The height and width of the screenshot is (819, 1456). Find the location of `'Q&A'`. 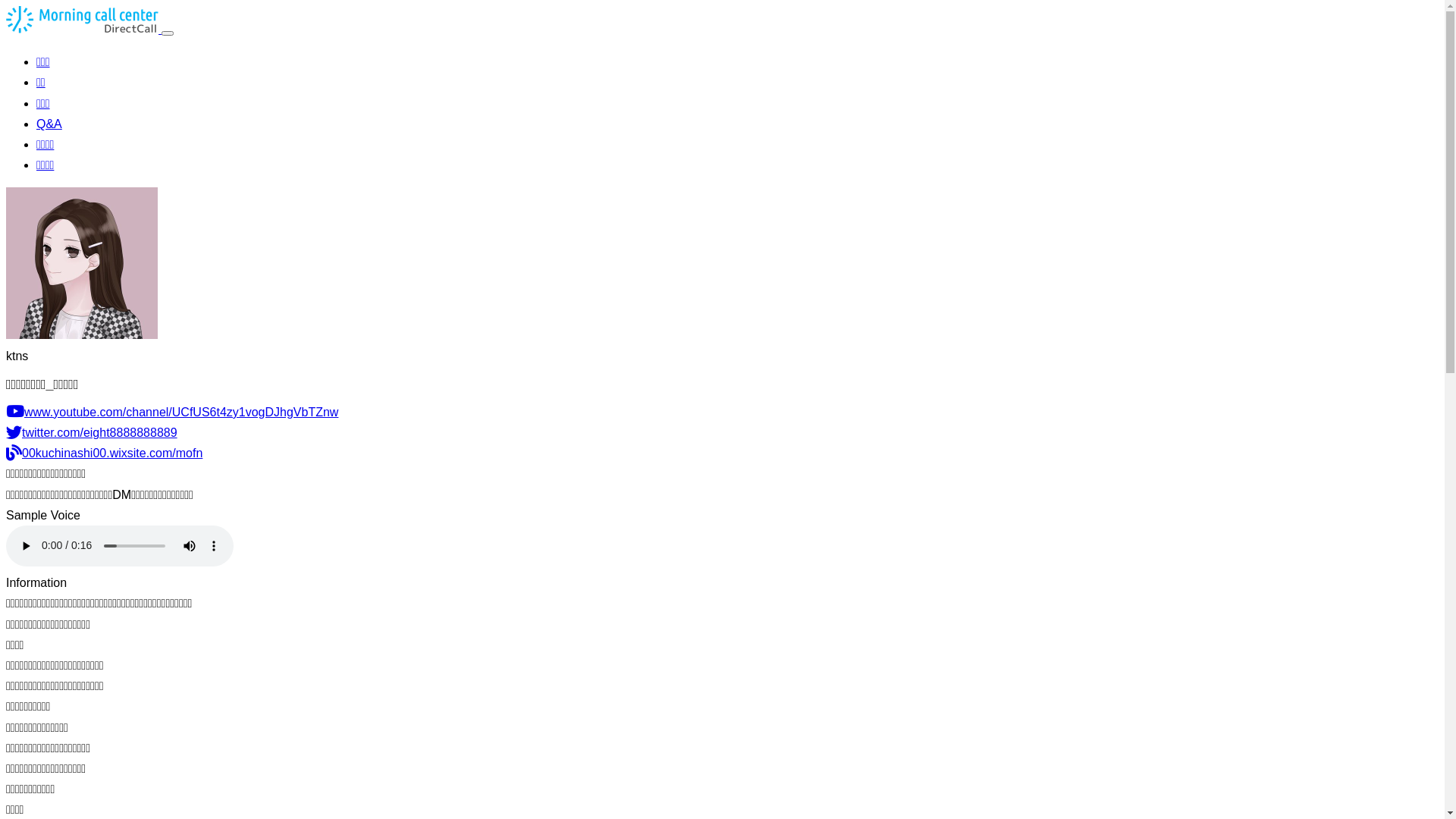

'Q&A' is located at coordinates (49, 123).